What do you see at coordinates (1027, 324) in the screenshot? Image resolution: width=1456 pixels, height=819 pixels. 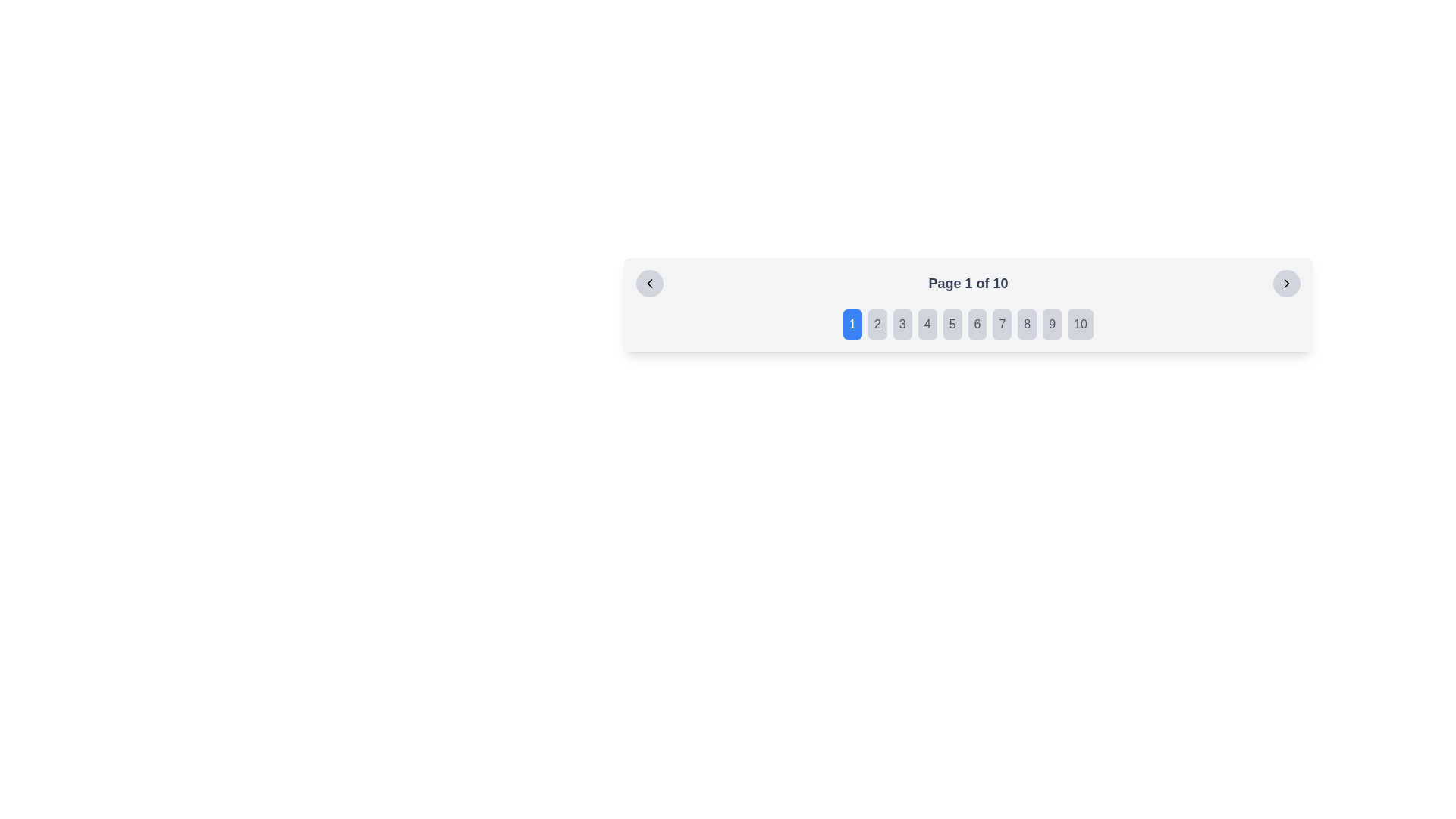 I see `the button labeled '8', which is the eighth button in a horizontal row of buttons with a light gray background and dark gray text, to trigger visual feedback` at bounding box center [1027, 324].